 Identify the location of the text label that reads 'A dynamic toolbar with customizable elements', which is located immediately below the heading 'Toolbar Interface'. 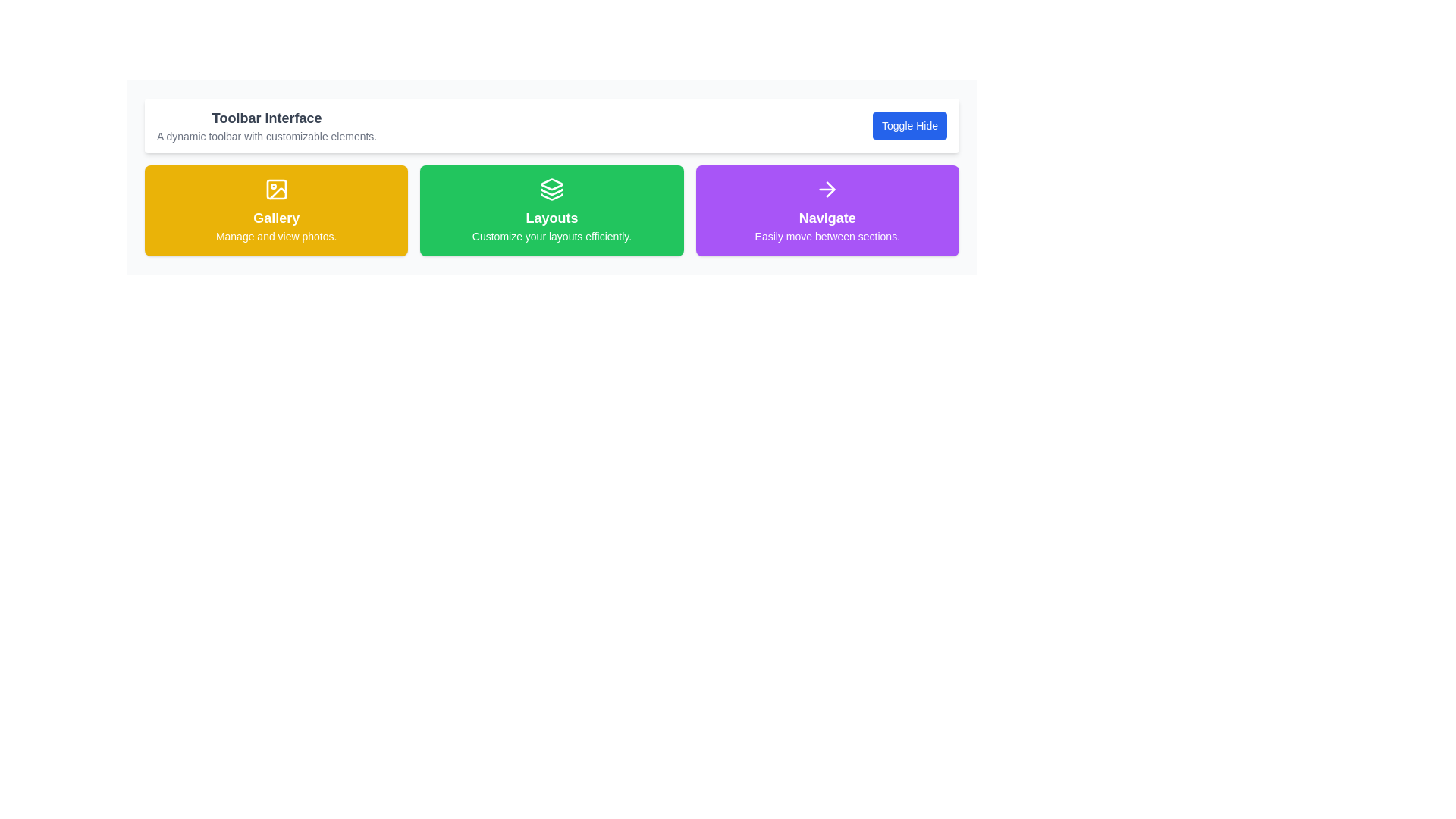
(267, 136).